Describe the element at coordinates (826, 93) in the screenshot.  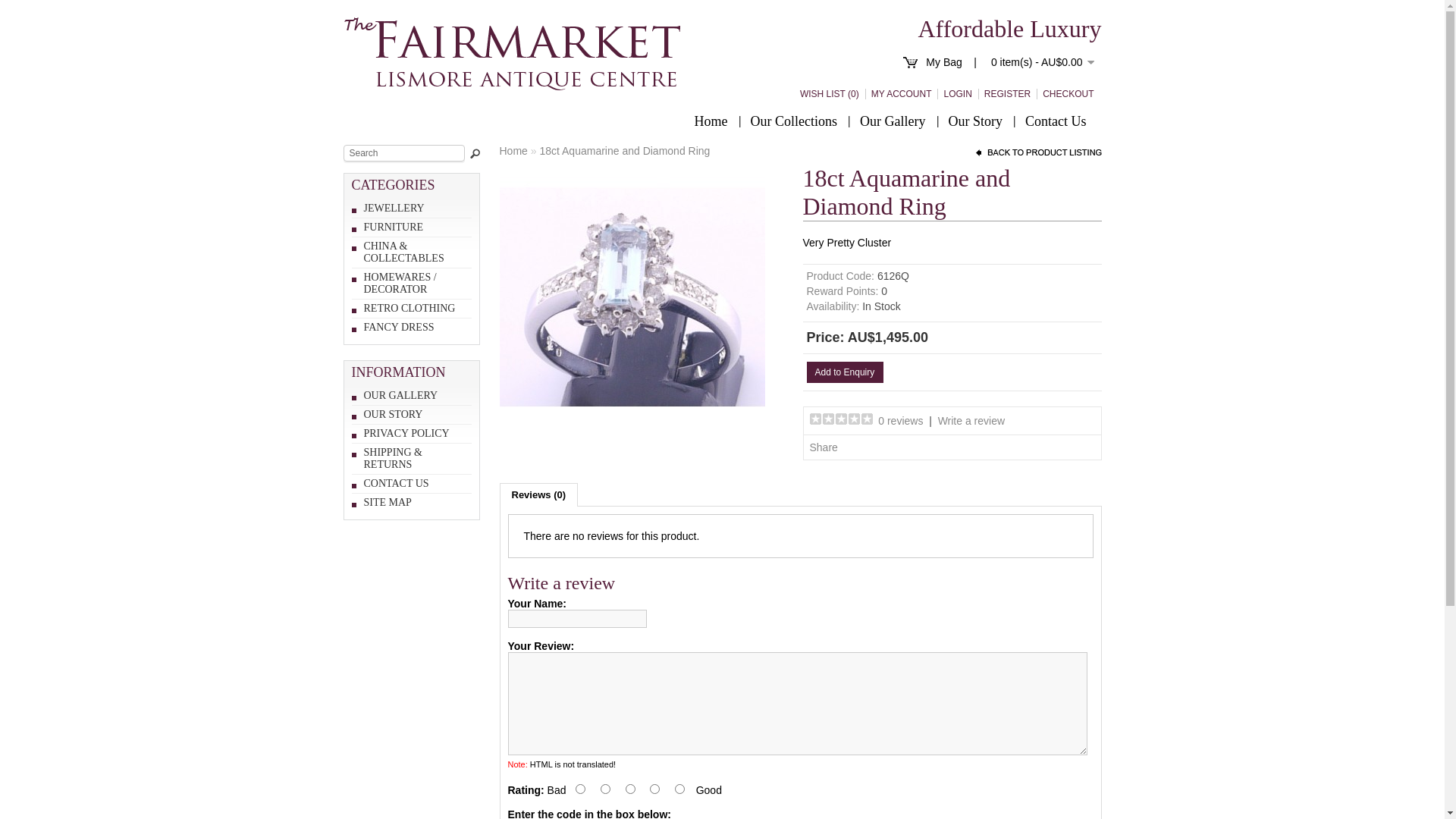
I see `'WISH LIST (0)'` at that location.